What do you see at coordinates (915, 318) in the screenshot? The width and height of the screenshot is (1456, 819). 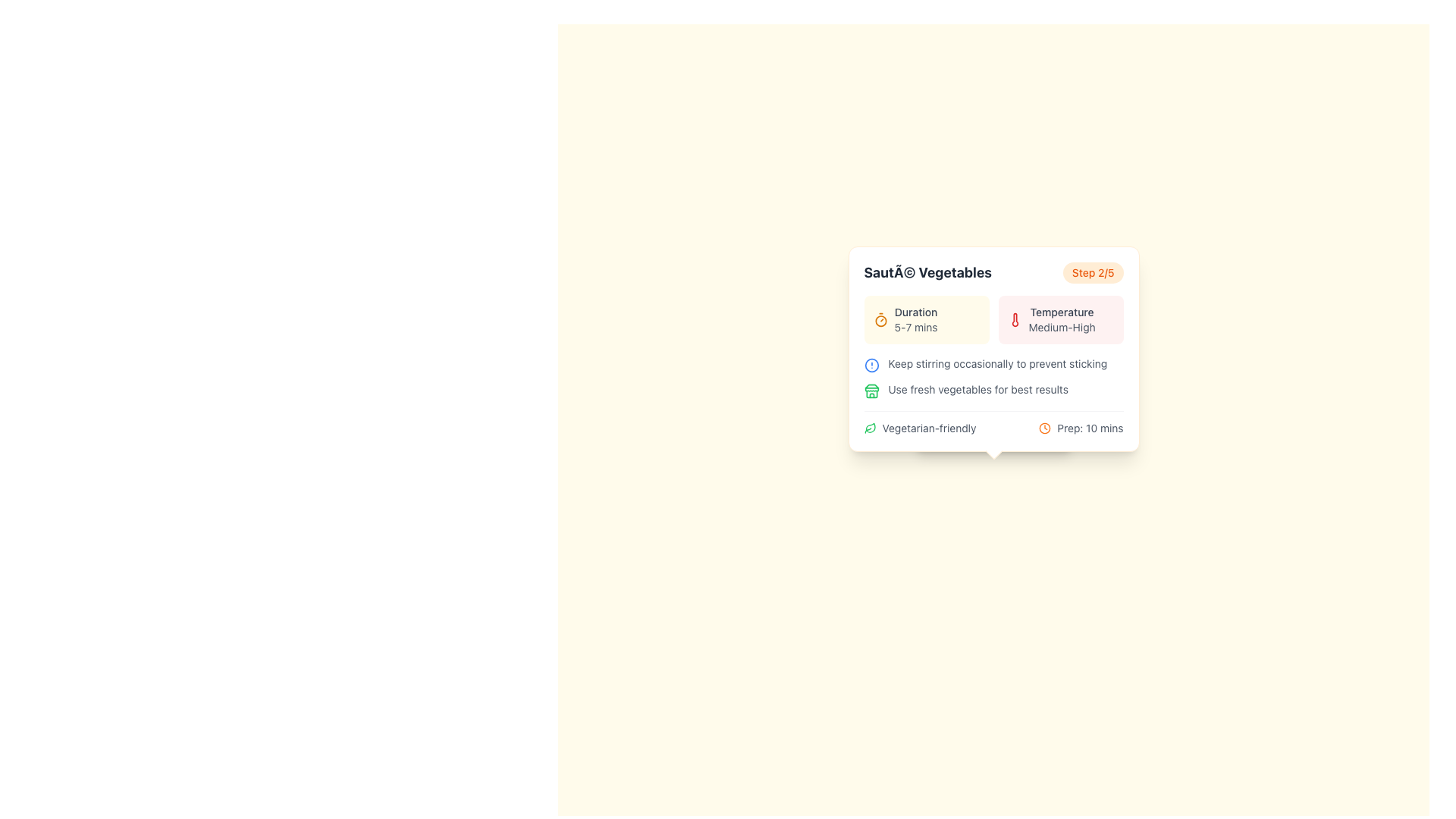 I see `the textual content display element in the 'Sauté Vegetables' card that shows the duration of the step, located in the first column and adjacent to the orange timer icon` at bounding box center [915, 318].